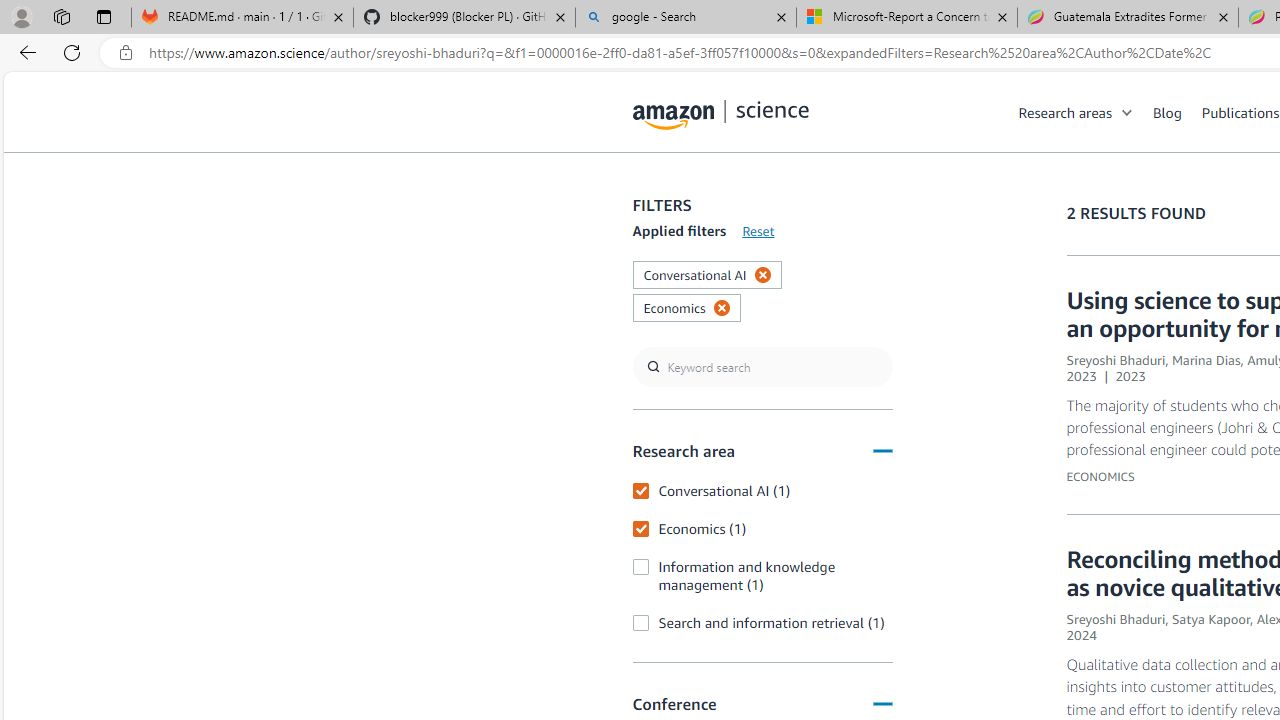 This screenshot has width=1280, height=720. I want to click on 'home page', so click(720, 110).